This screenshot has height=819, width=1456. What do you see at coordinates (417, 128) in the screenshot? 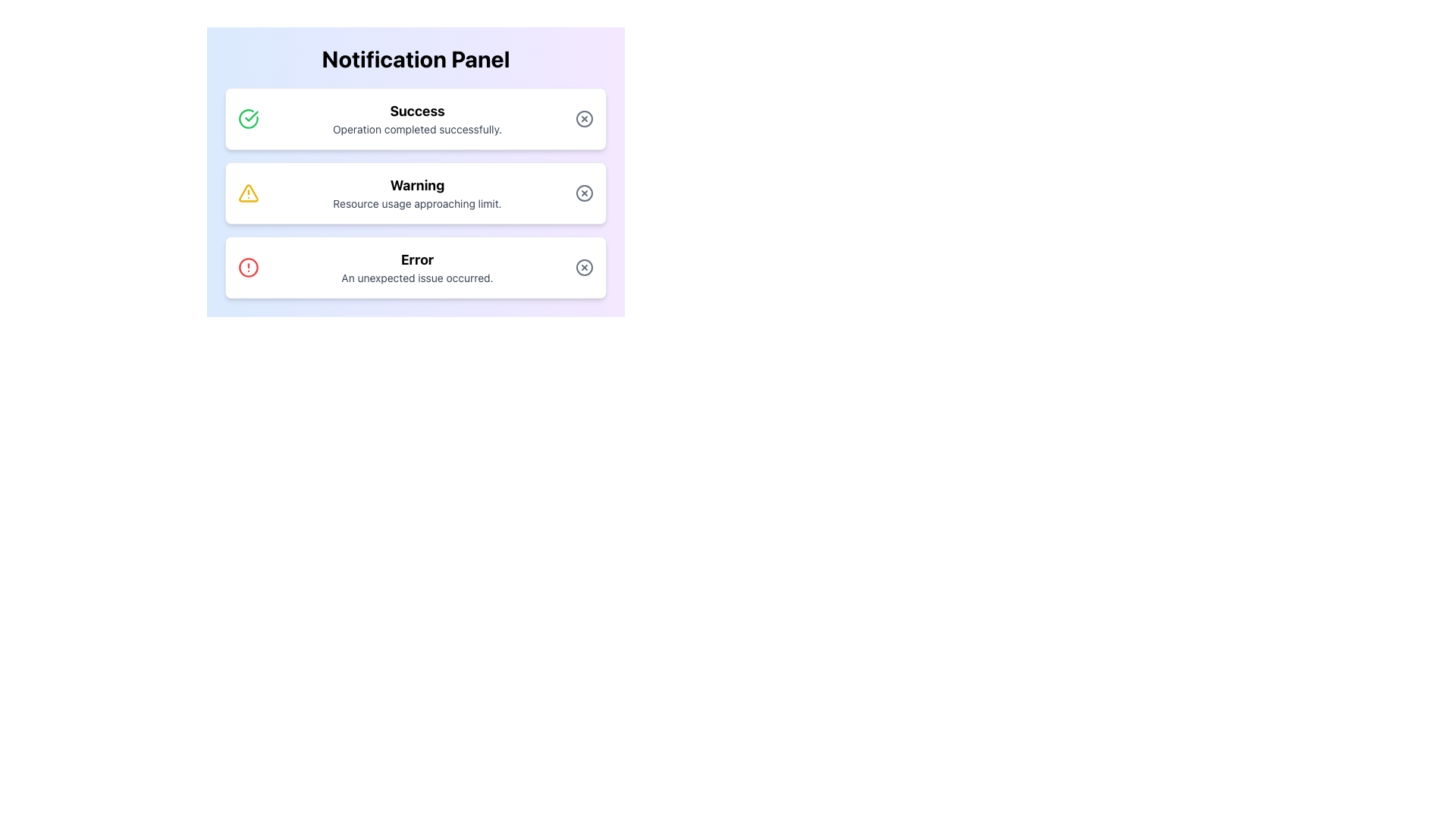
I see `the static text element displaying 'Operation completed successfully.' which is styled with gray color and smaller font size, located below the 'Success' title in the notification panel` at bounding box center [417, 128].